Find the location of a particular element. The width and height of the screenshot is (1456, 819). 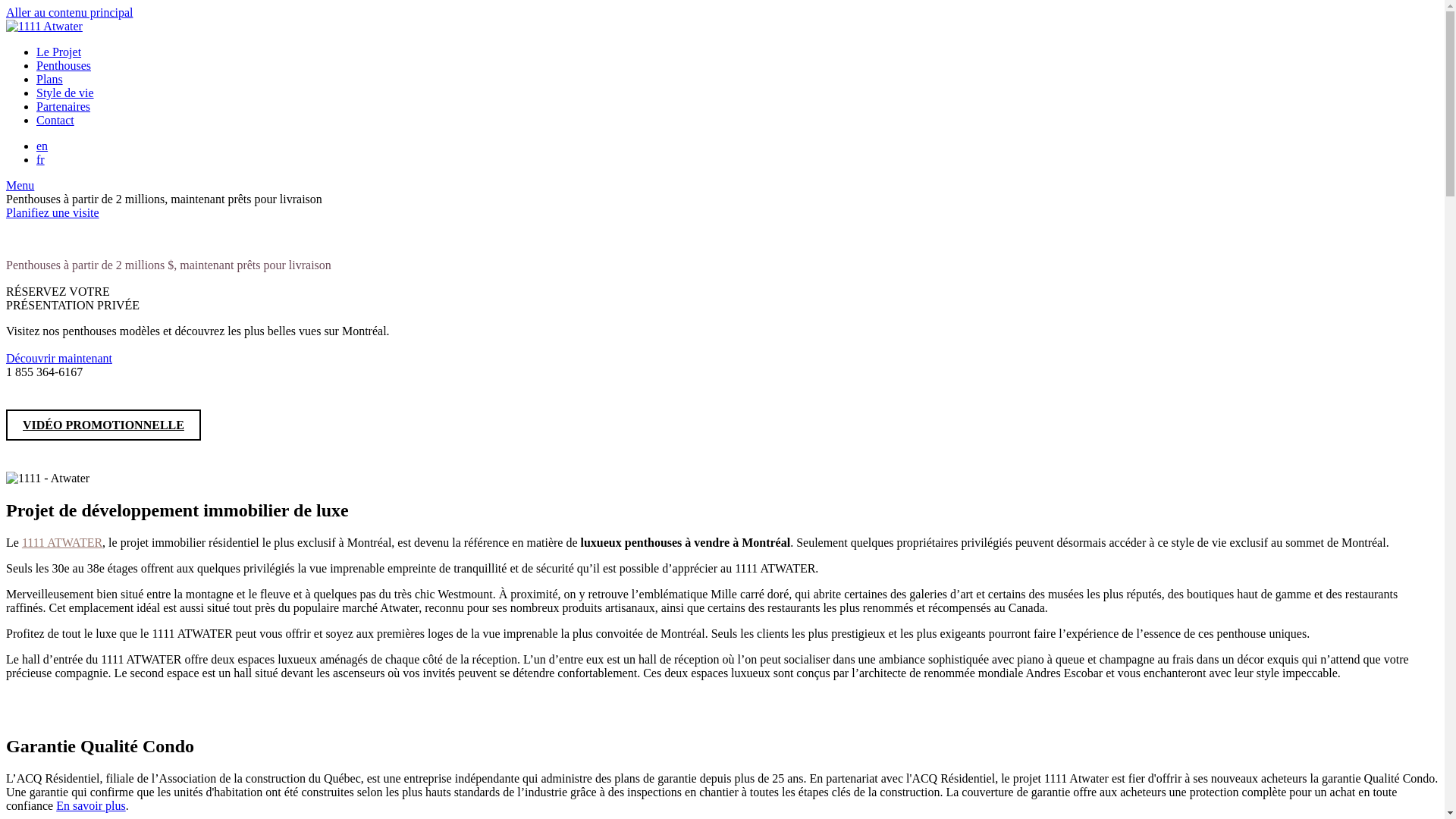

'1111 ATWATER' is located at coordinates (61, 541).